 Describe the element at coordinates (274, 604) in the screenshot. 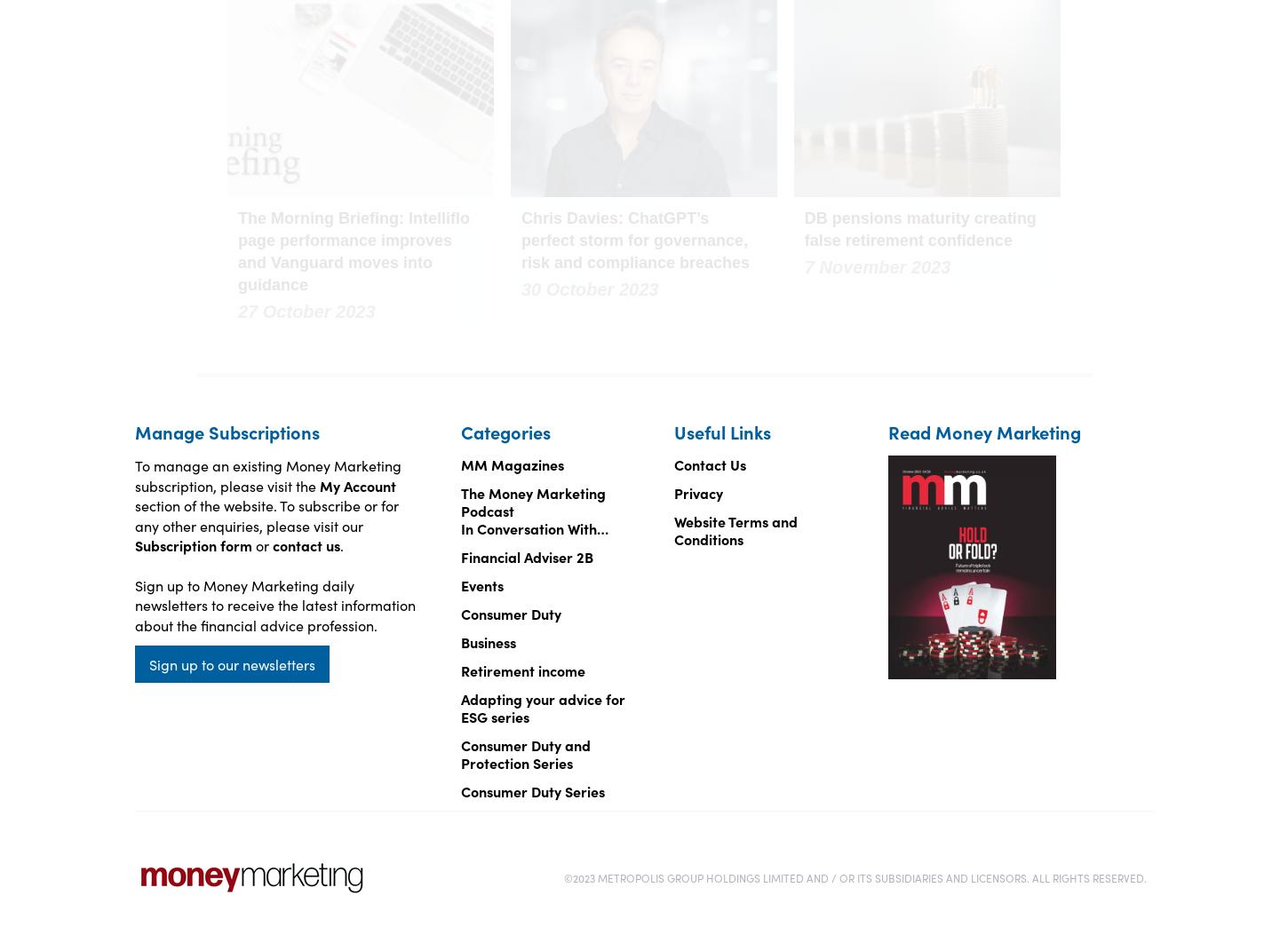

I see `'Sign up to Money Marketing daily newsletters to receive the latest information about the financial advice profession.'` at that location.